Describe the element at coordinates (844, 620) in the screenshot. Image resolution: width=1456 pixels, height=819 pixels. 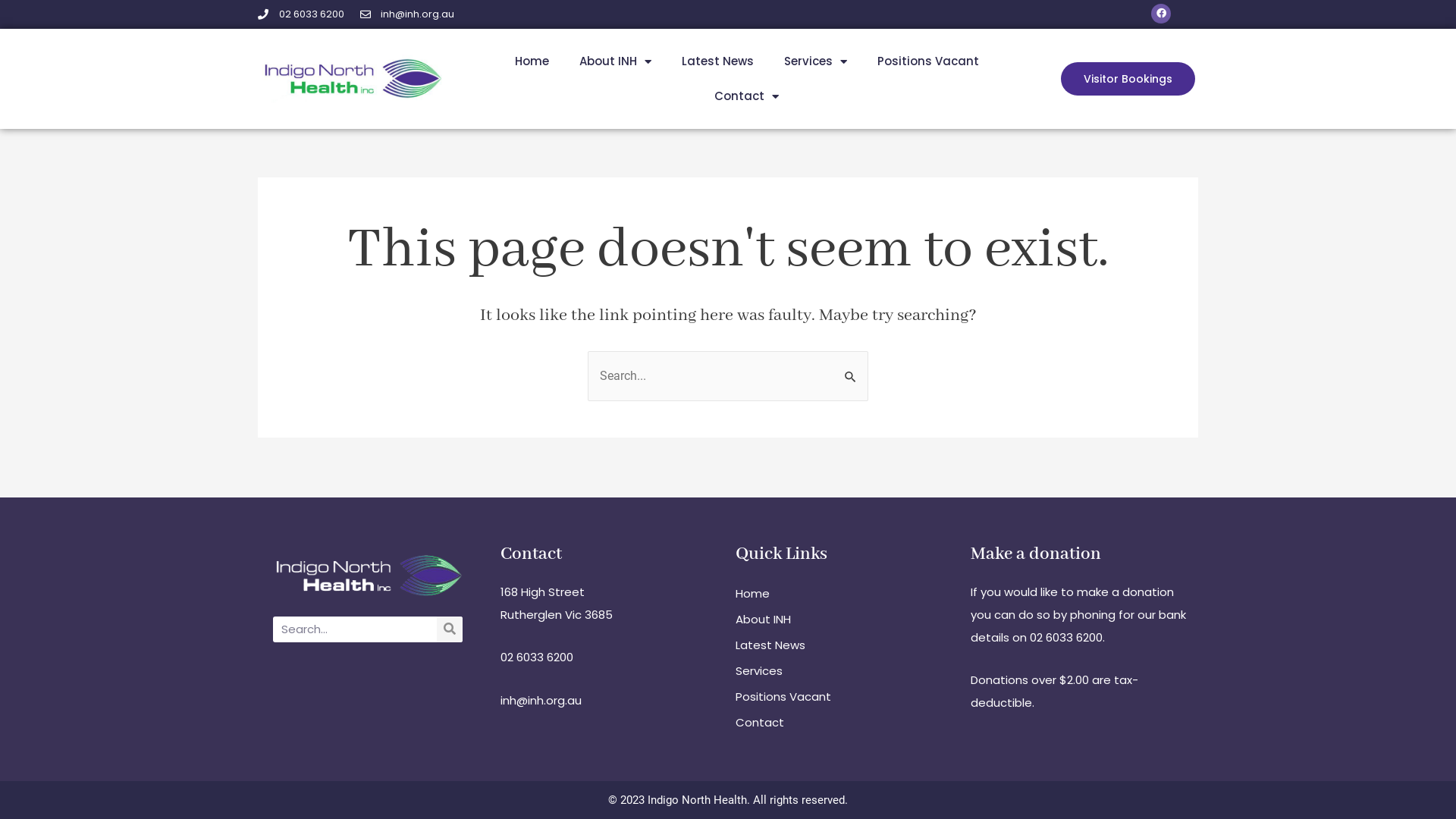
I see `'About INH'` at that location.